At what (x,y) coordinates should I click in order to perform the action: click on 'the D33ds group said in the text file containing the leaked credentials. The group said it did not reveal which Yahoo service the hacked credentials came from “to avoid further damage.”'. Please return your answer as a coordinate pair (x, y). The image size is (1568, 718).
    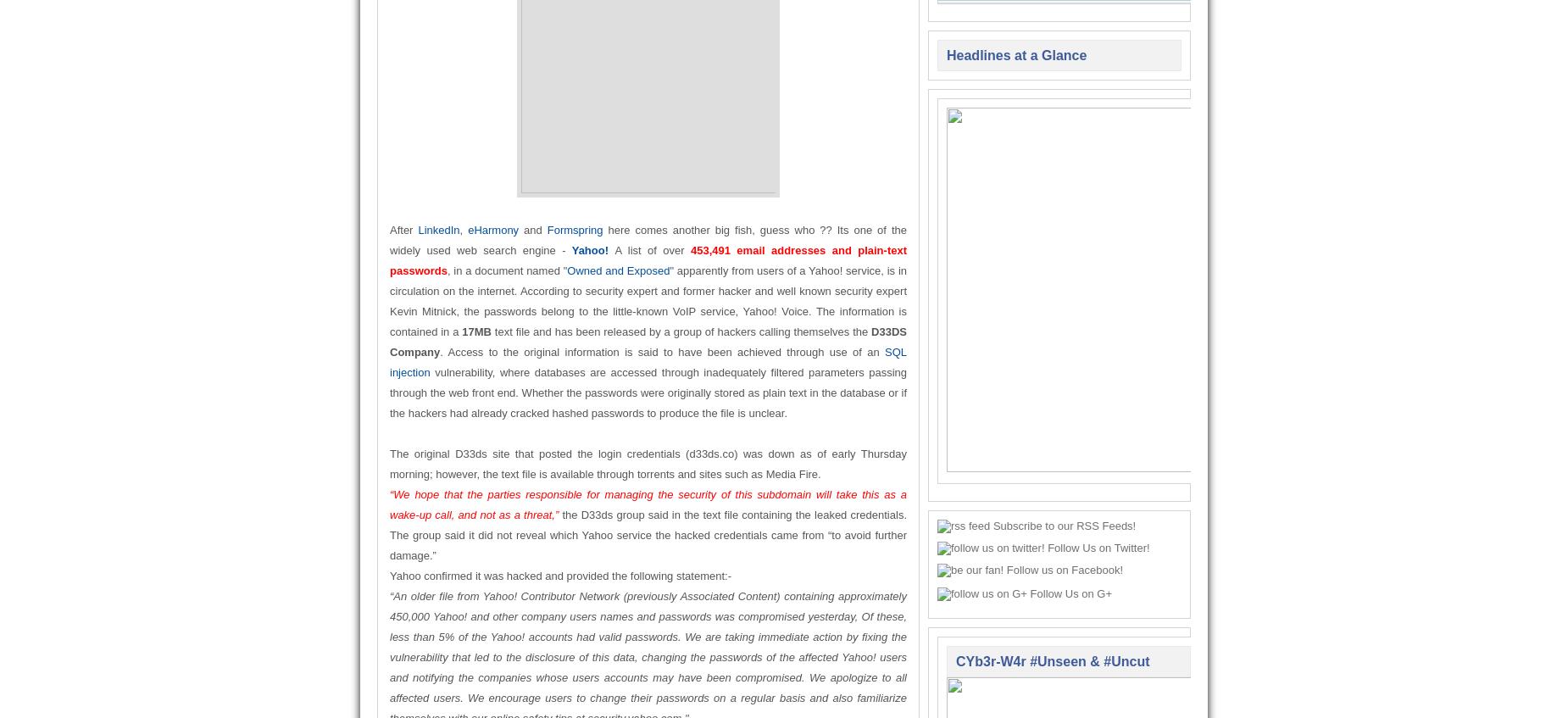
    Looking at the image, I should click on (648, 534).